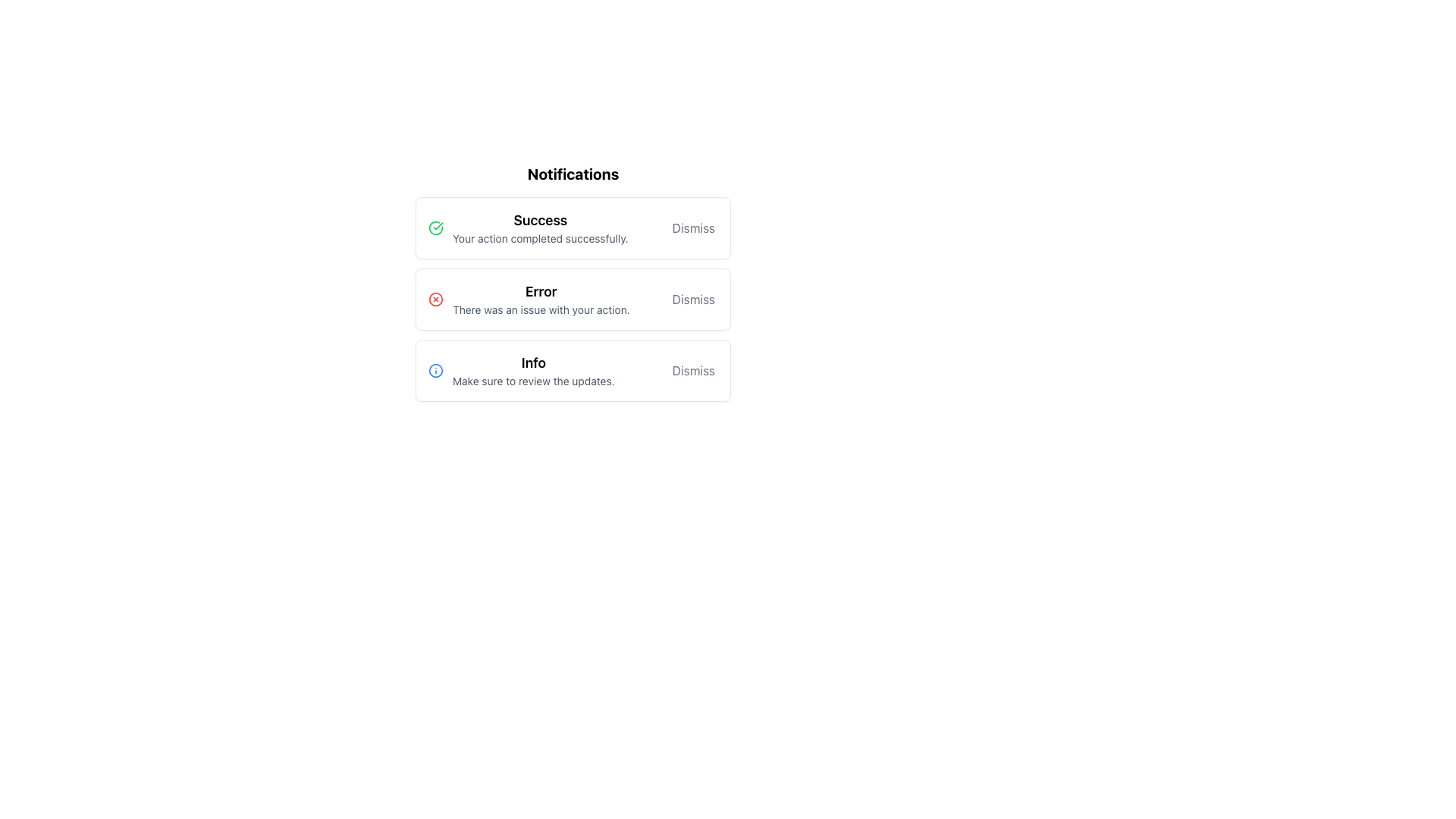 This screenshot has height=819, width=1456. What do you see at coordinates (692, 227) in the screenshot?
I see `the 'Dismiss' button, which is a gray text button that changes to a darker shade upon hover, located at the top-right of the success message notification block` at bounding box center [692, 227].